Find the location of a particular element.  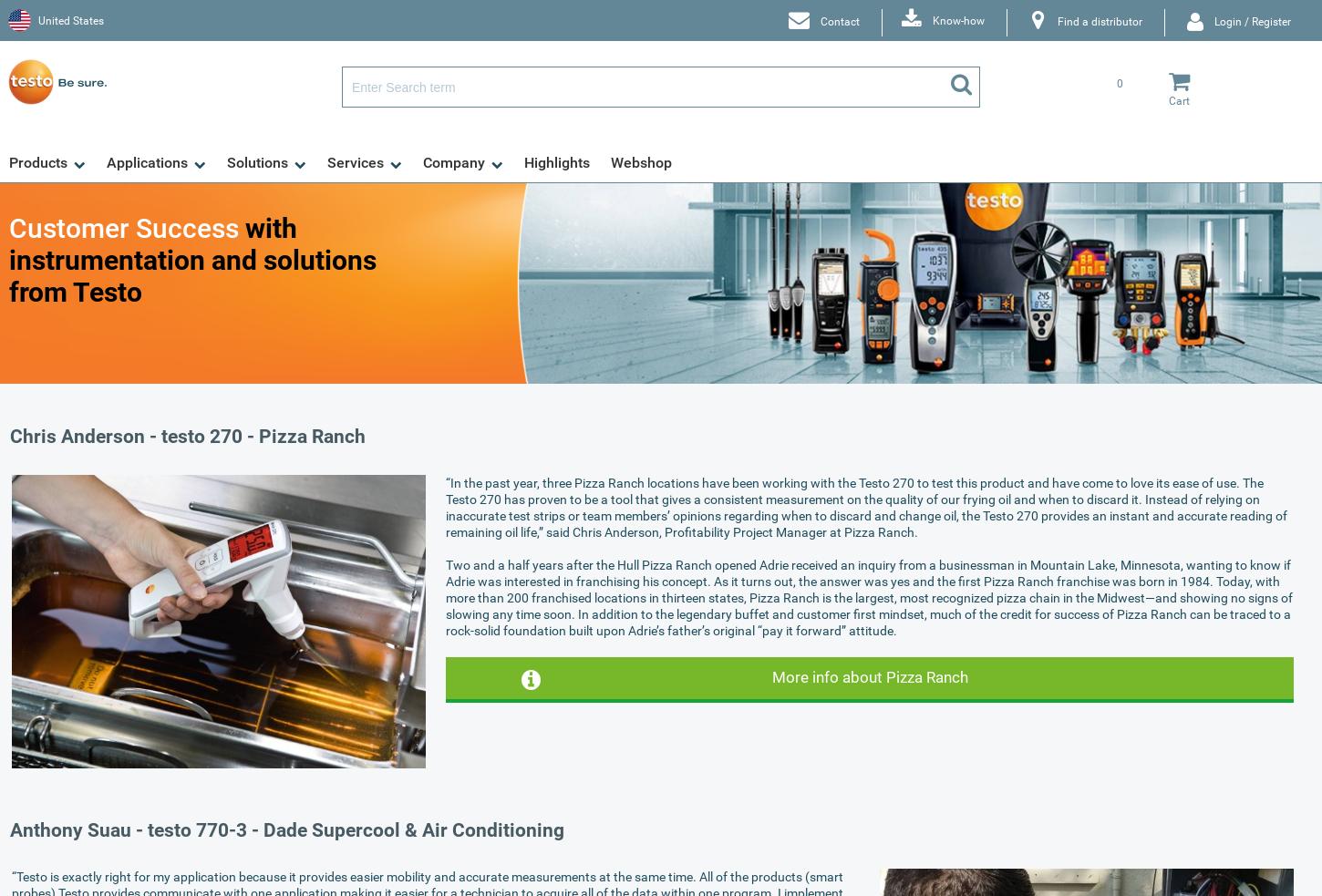

'Customer Success' is located at coordinates (126, 228).